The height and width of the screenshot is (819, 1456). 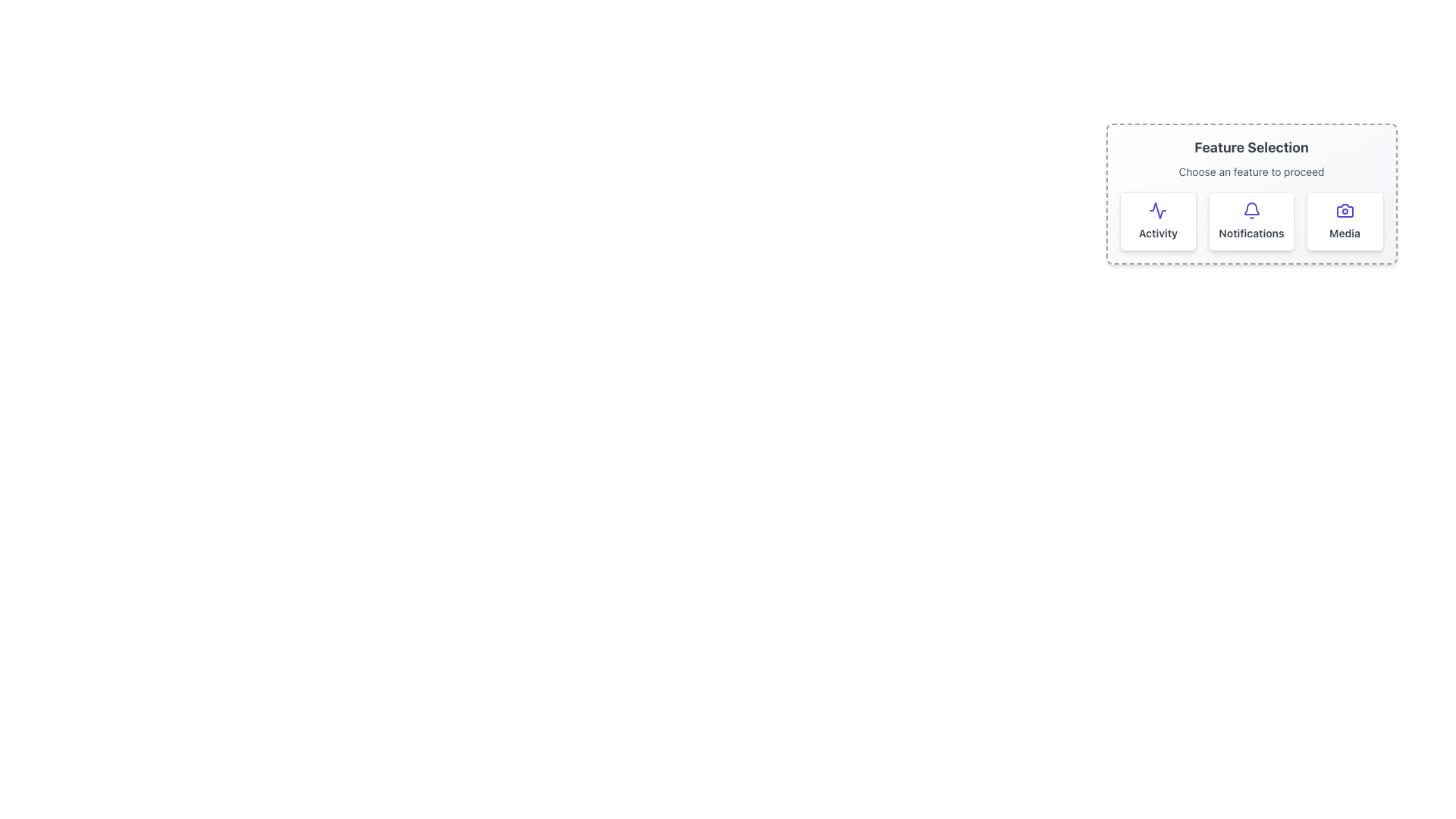 I want to click on the bell-shaped notifications icon located in the 'Feature Selection' panel, so click(x=1251, y=209).